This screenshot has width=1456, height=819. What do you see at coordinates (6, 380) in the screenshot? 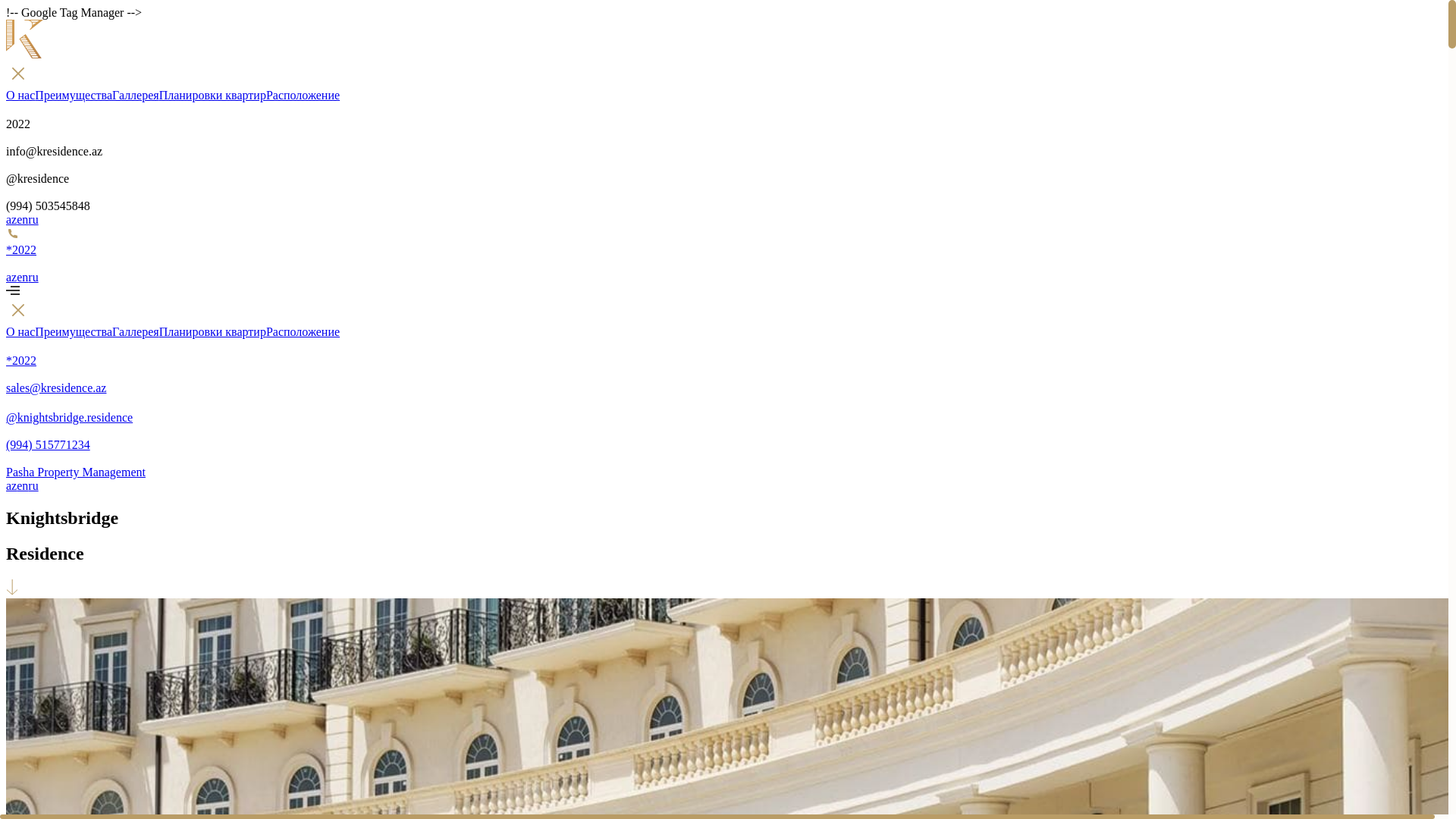
I see `'sales@kresidence.az'` at bounding box center [6, 380].